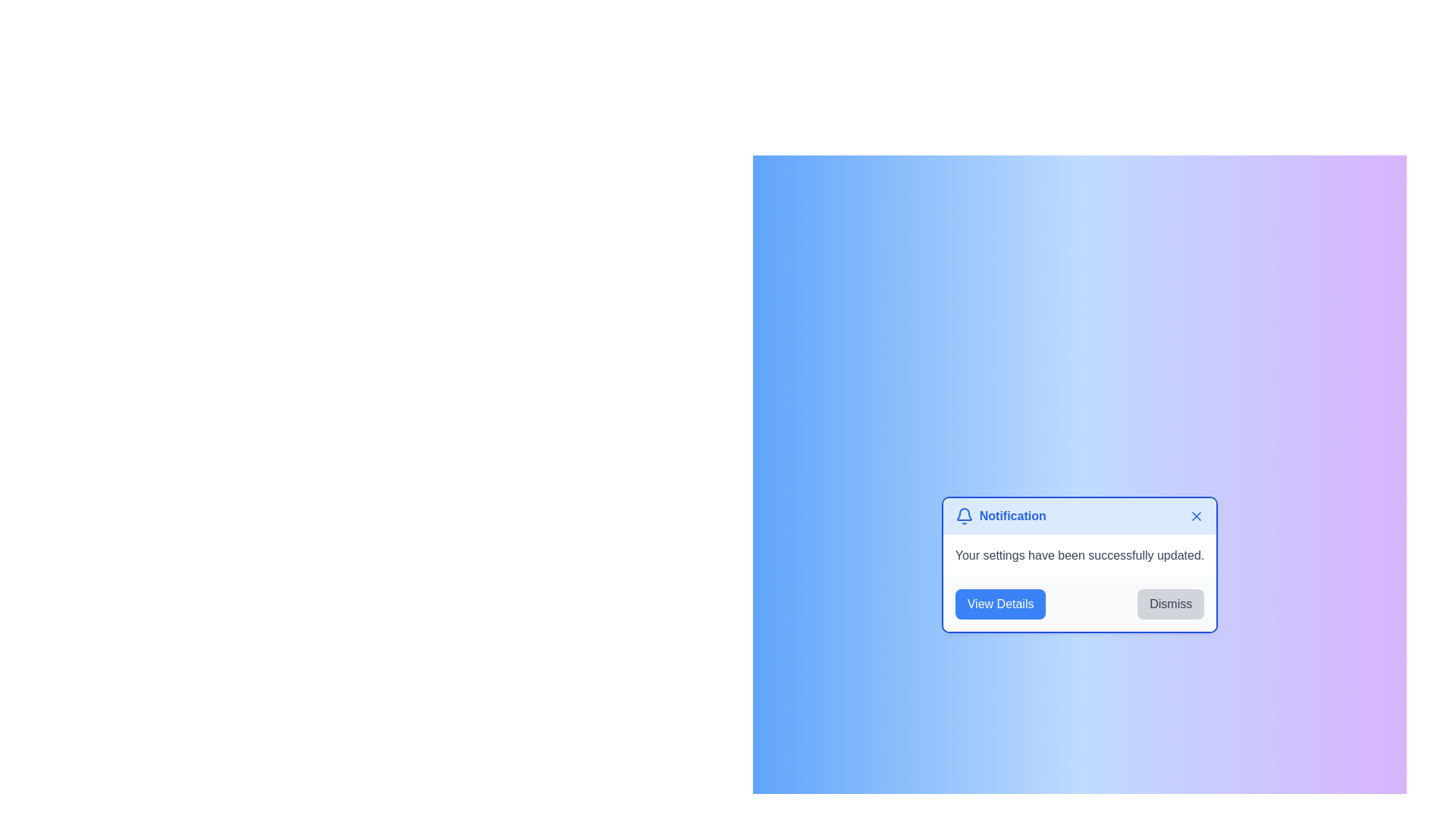  Describe the element at coordinates (1079, 555) in the screenshot. I see `the Text Display element that shows a confirmation message for successfully updated settings, located in the middle of the notification dialog box above the 'View Details' and 'Dismiss' buttons` at that location.